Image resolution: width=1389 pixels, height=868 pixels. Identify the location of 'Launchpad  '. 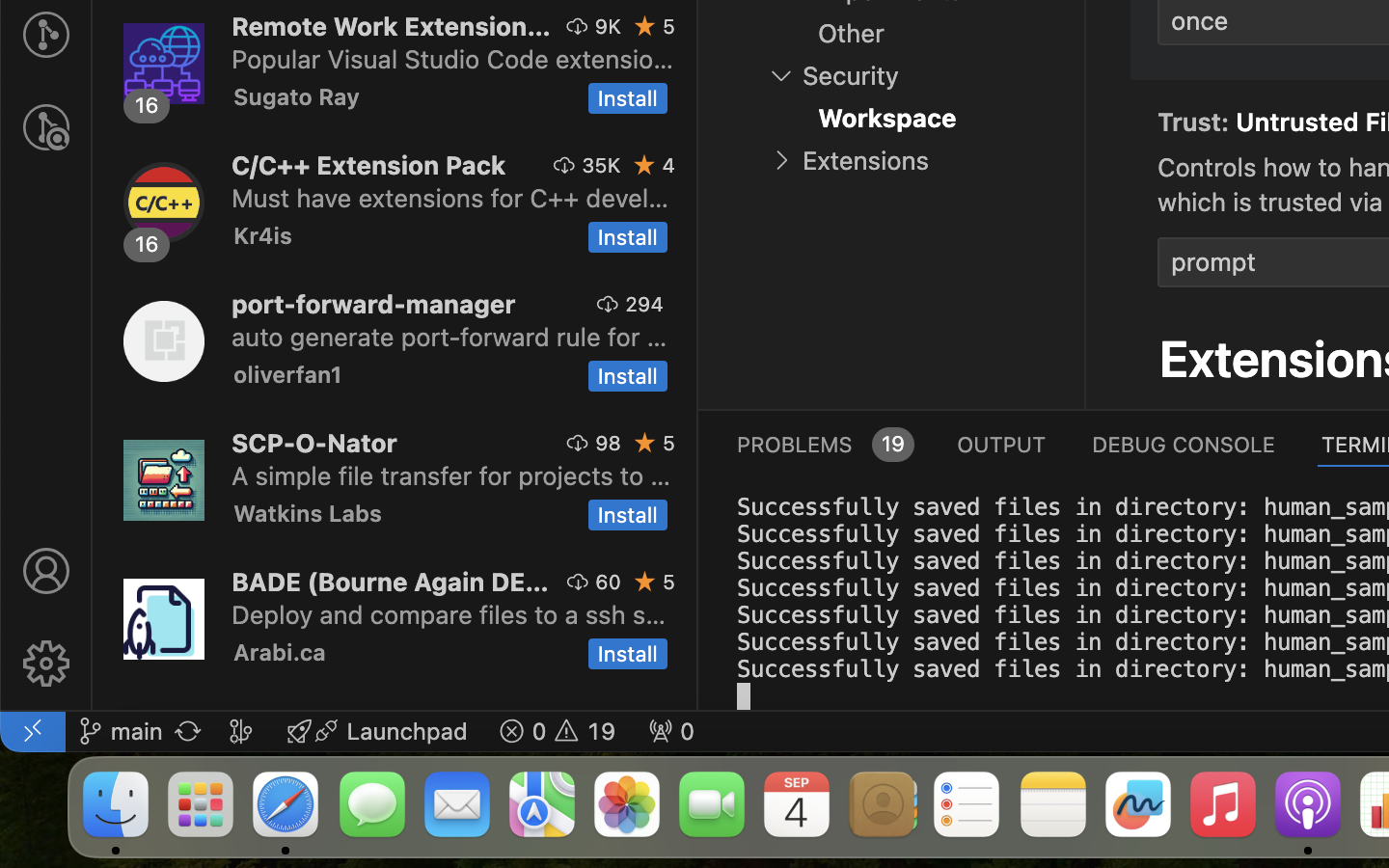
(375, 729).